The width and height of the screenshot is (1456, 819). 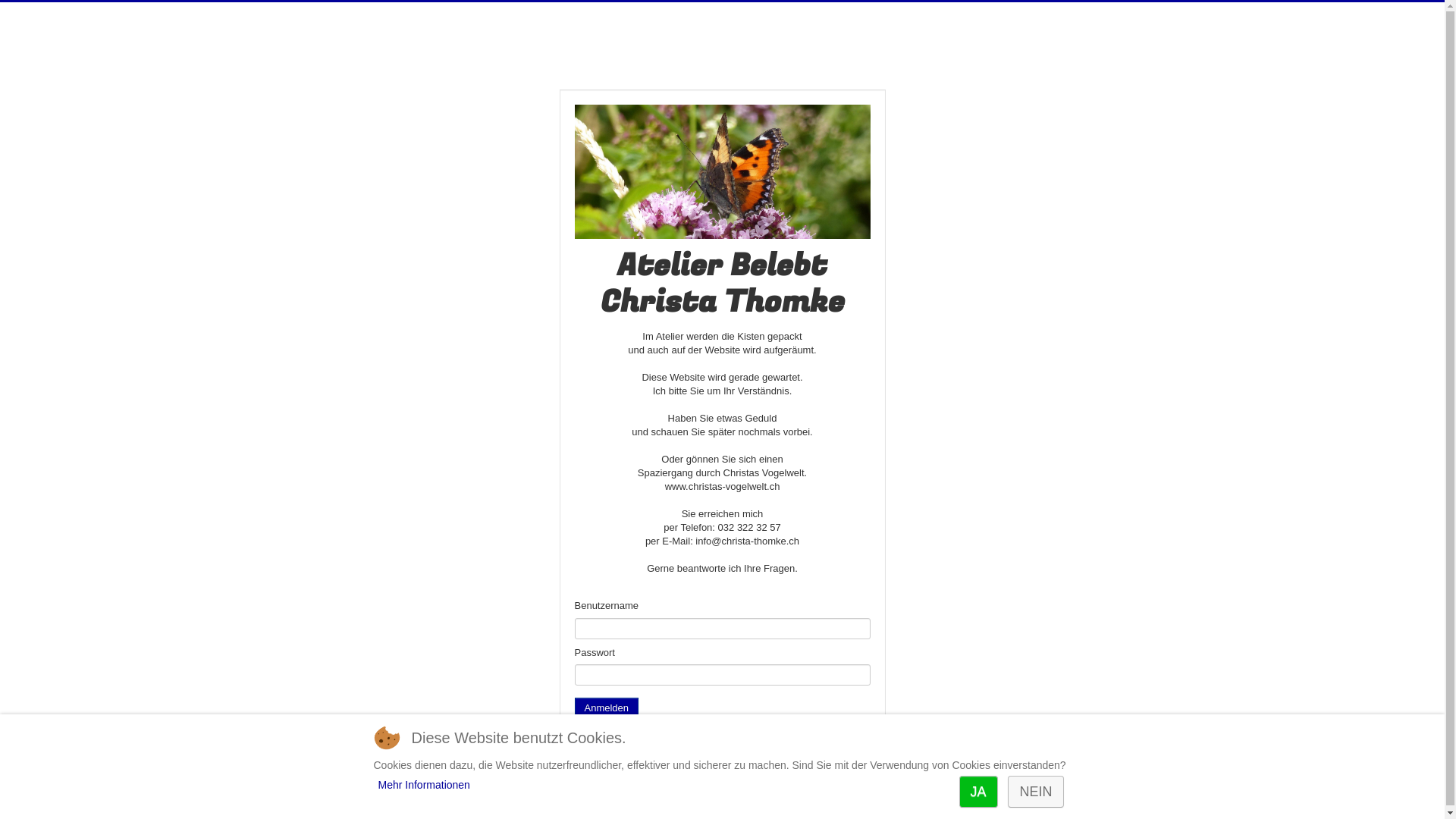 What do you see at coordinates (574, 674) in the screenshot?
I see `'Passwort'` at bounding box center [574, 674].